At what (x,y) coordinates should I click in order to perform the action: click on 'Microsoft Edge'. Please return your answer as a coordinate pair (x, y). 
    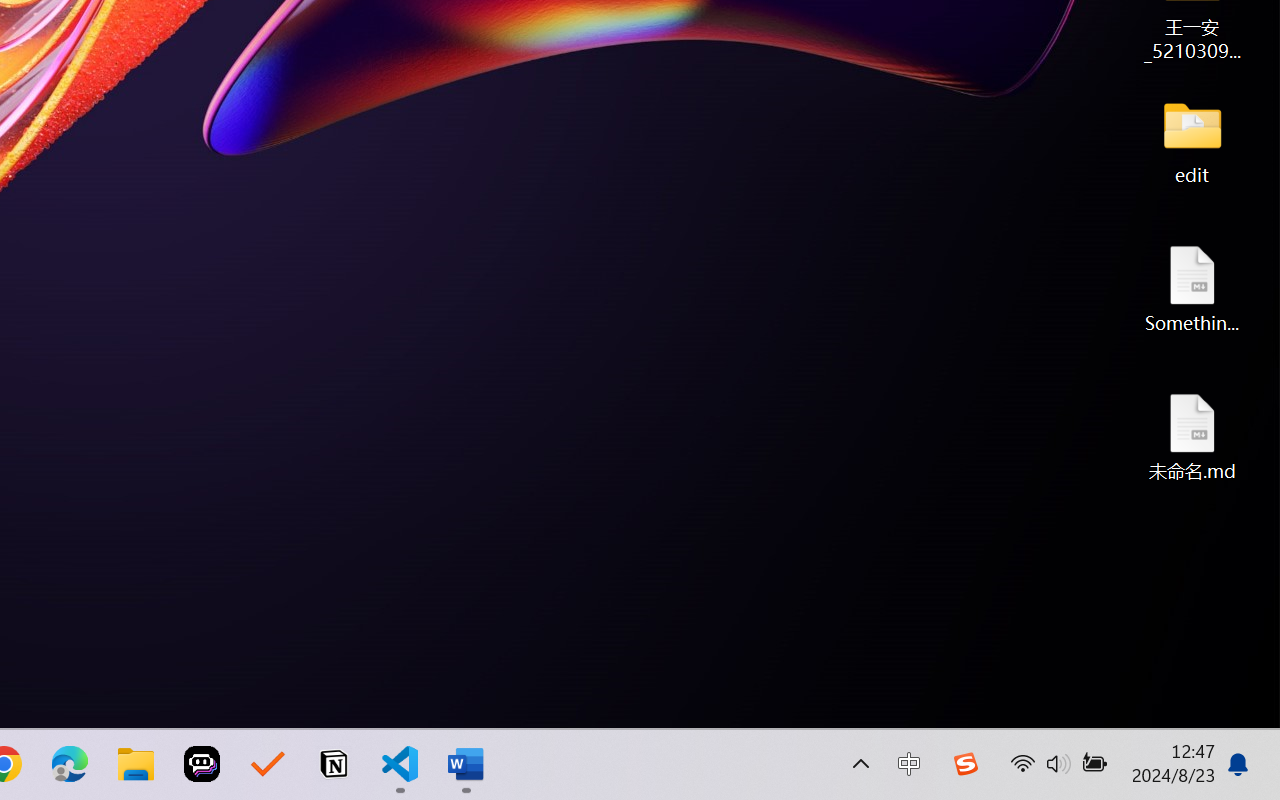
    Looking at the image, I should click on (69, 764).